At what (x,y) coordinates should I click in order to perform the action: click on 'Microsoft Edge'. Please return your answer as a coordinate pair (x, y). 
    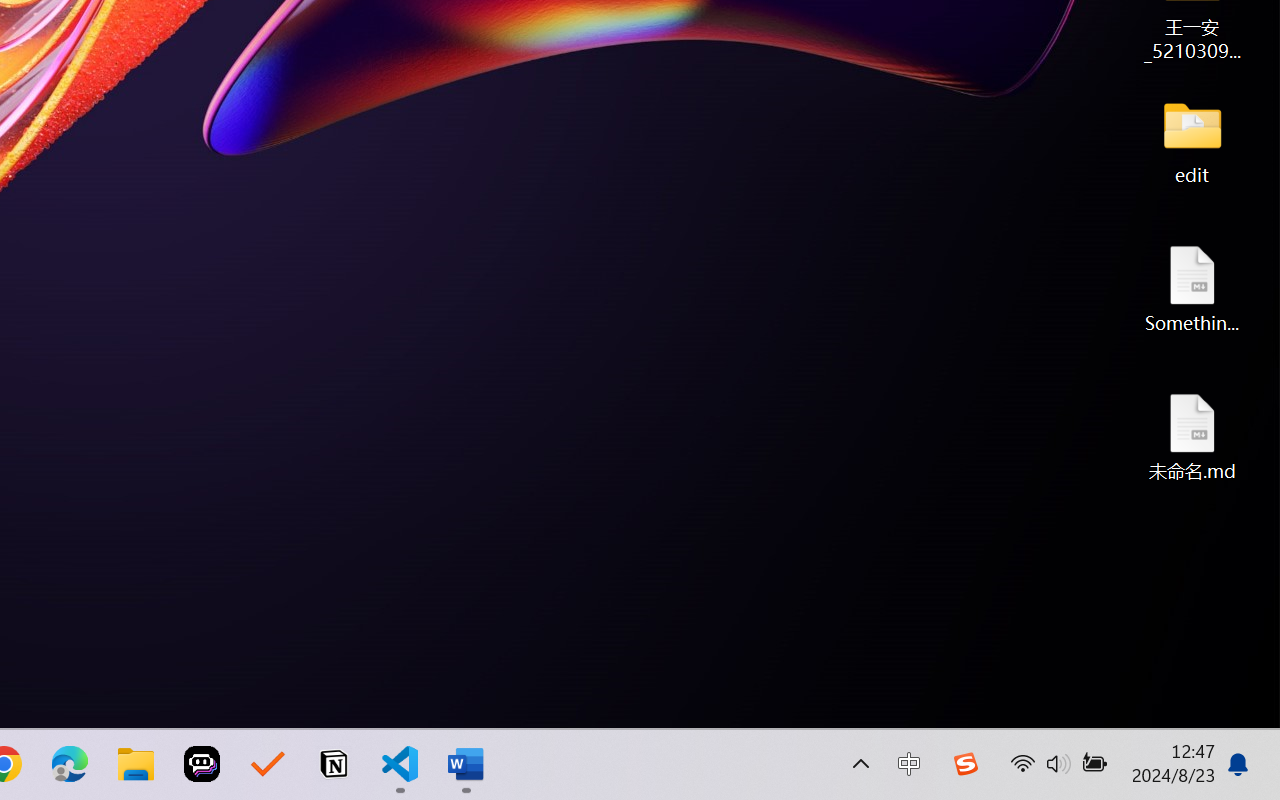
    Looking at the image, I should click on (69, 764).